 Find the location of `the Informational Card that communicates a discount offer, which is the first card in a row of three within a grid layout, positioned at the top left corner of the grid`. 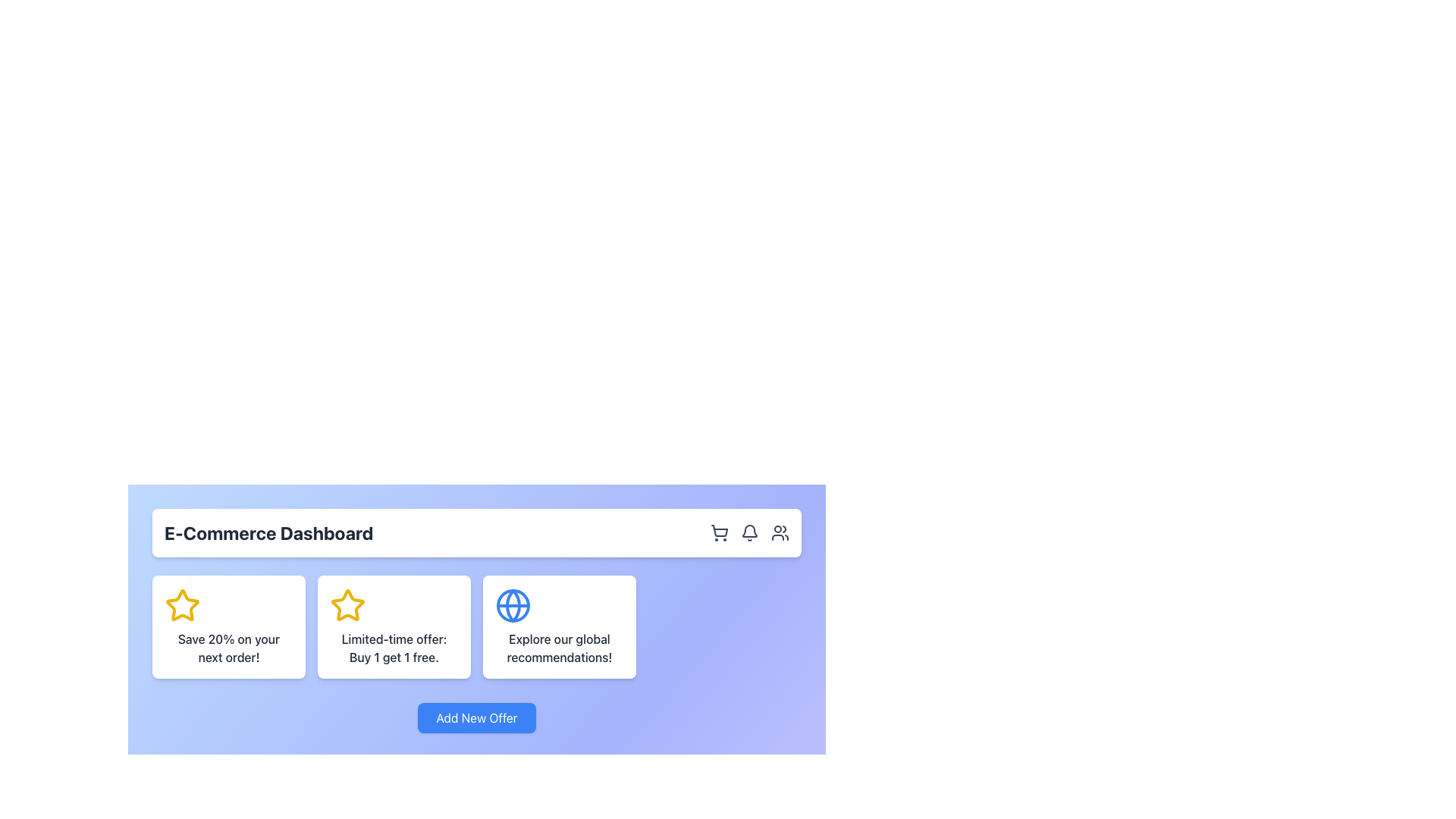

the Informational Card that communicates a discount offer, which is the first card in a row of three within a grid layout, positioned at the top left corner of the grid is located at coordinates (228, 626).